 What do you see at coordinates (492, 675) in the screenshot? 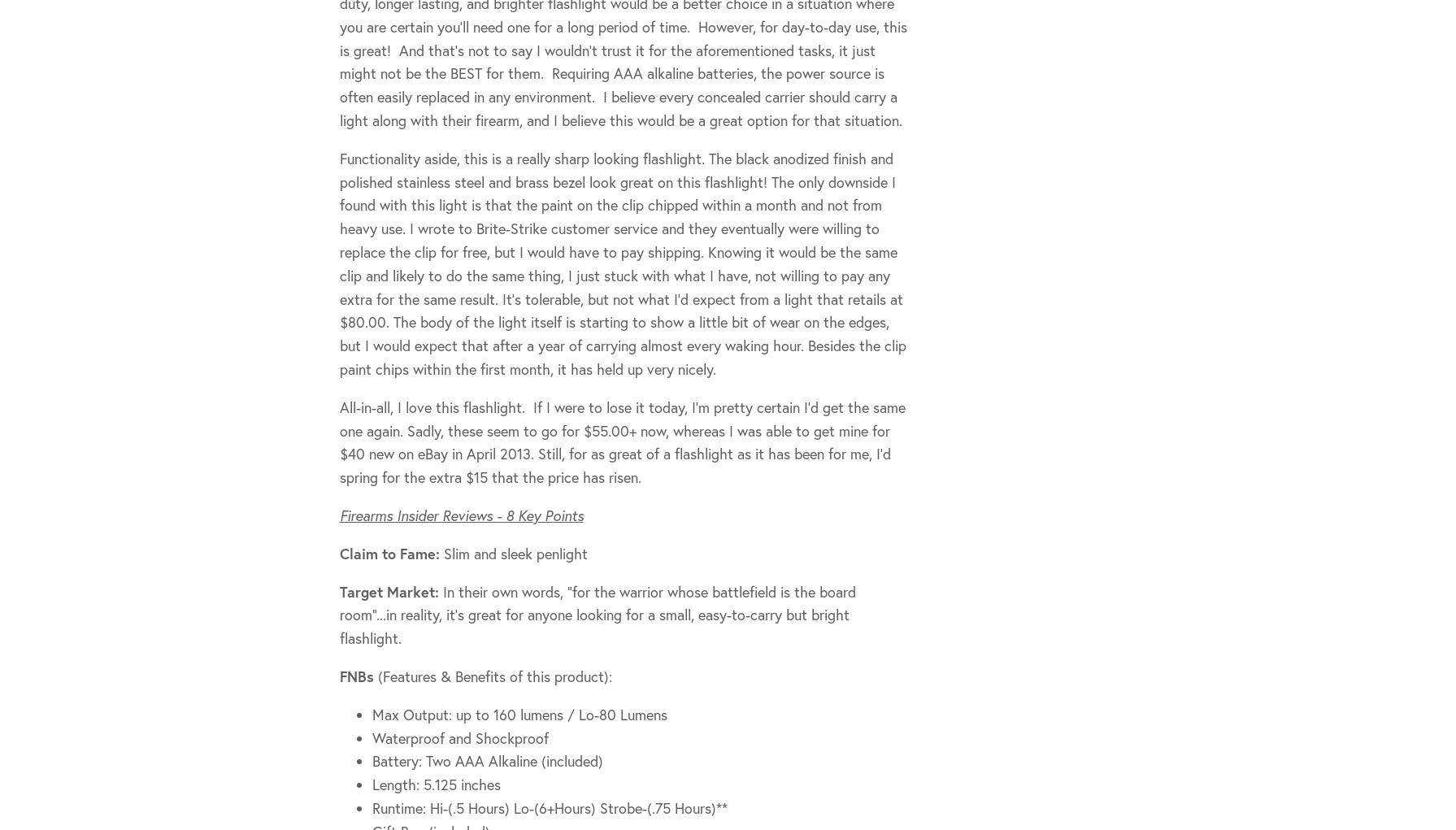
I see `'(Features & Benefits of this product):'` at bounding box center [492, 675].